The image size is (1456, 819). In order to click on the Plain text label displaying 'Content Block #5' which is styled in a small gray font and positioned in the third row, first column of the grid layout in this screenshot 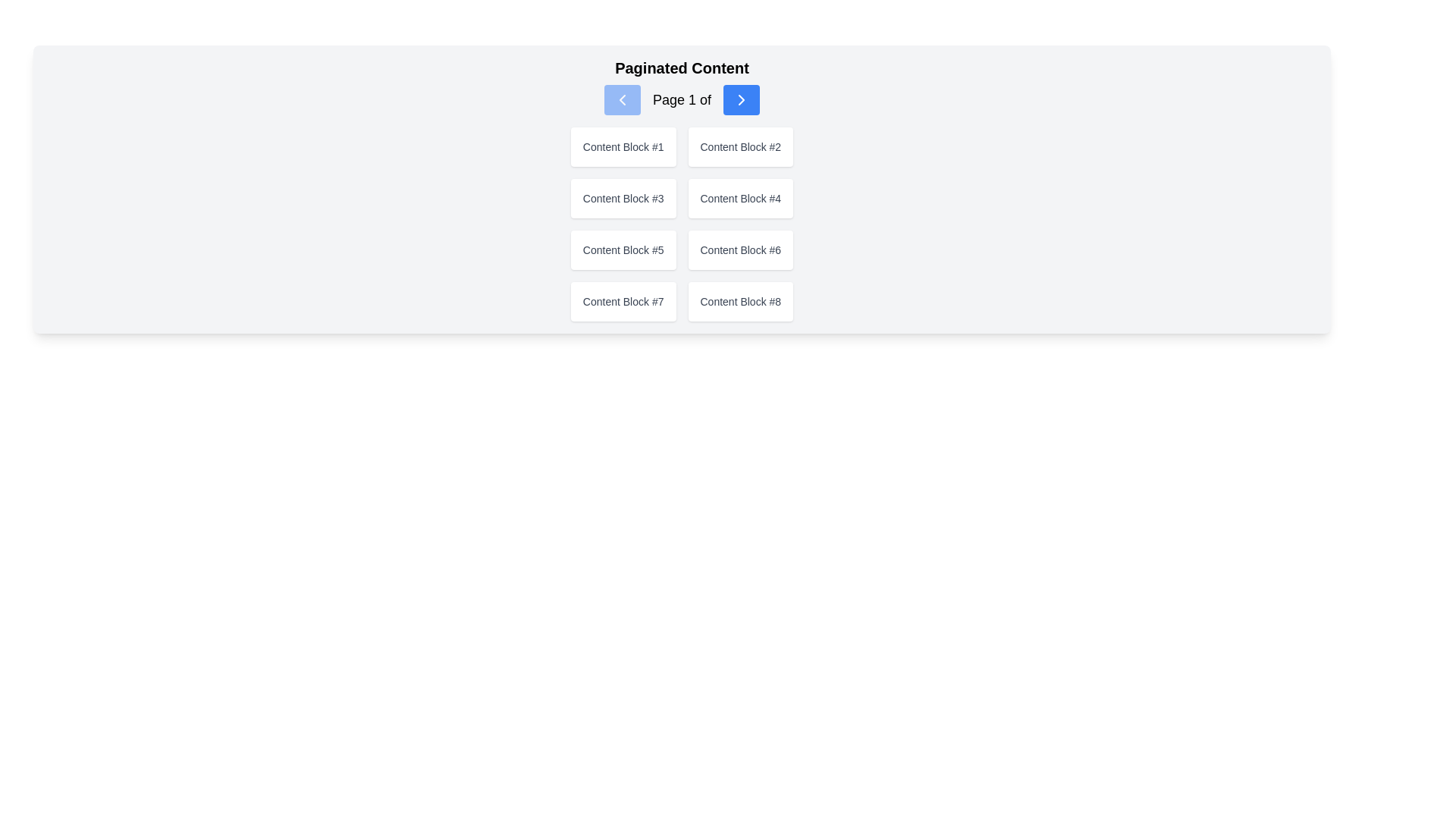, I will do `click(623, 249)`.